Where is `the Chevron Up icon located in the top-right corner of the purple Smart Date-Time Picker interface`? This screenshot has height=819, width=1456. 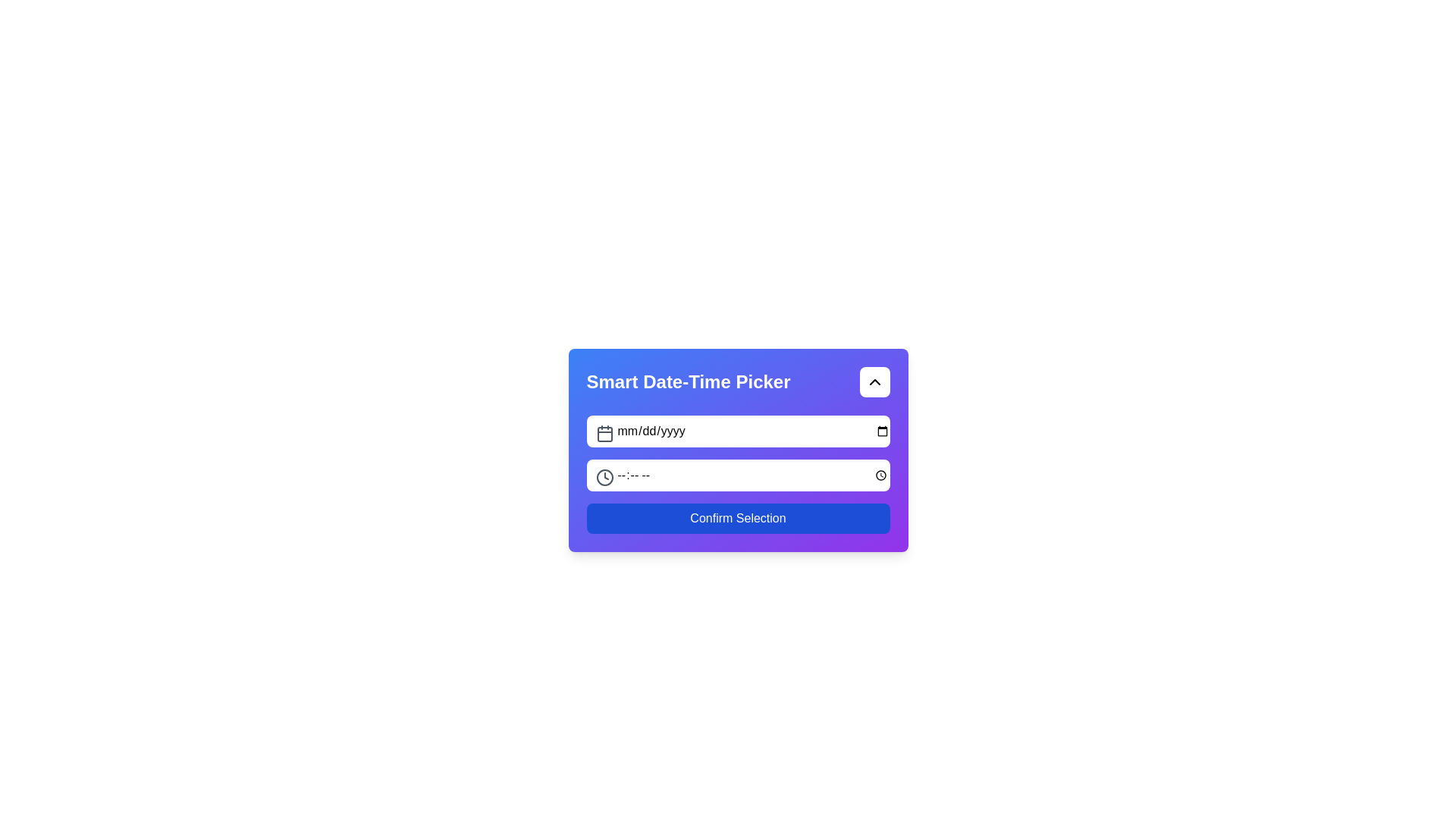
the Chevron Up icon located in the top-right corner of the purple Smart Date-Time Picker interface is located at coordinates (874, 381).